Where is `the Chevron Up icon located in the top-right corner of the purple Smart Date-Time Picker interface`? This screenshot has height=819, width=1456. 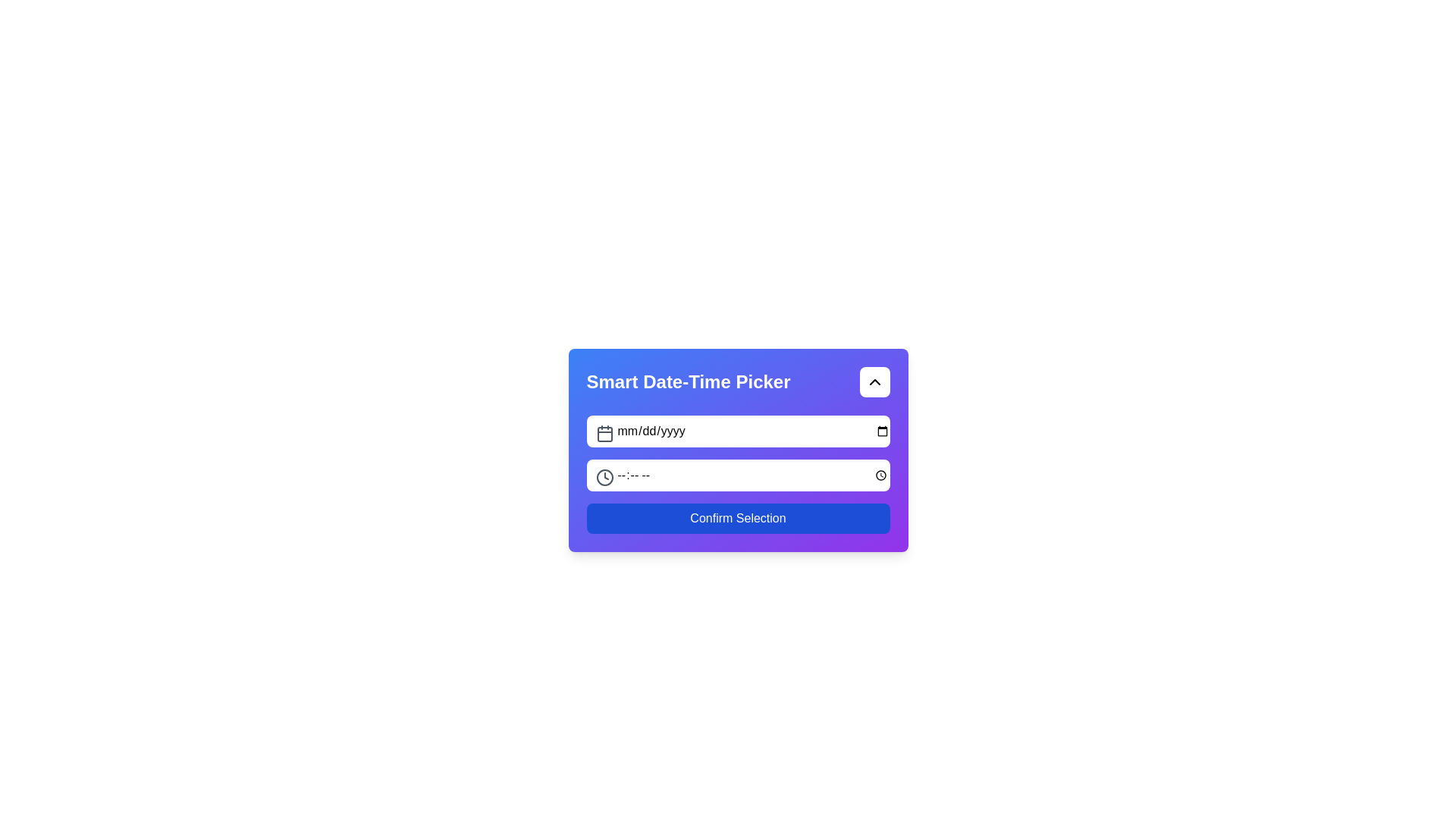
the Chevron Up icon located in the top-right corner of the purple Smart Date-Time Picker interface is located at coordinates (874, 381).